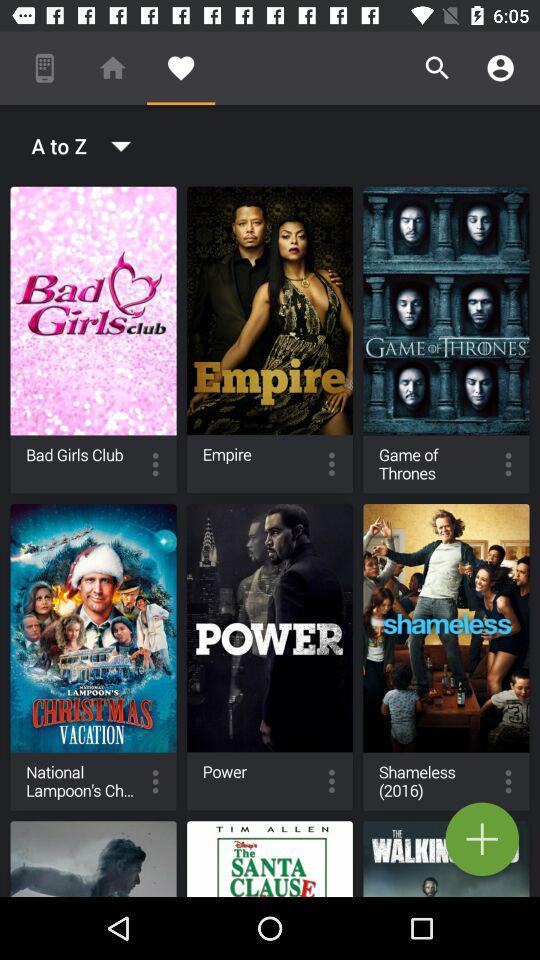 The height and width of the screenshot is (960, 540). What do you see at coordinates (44, 68) in the screenshot?
I see `mobile icon` at bounding box center [44, 68].